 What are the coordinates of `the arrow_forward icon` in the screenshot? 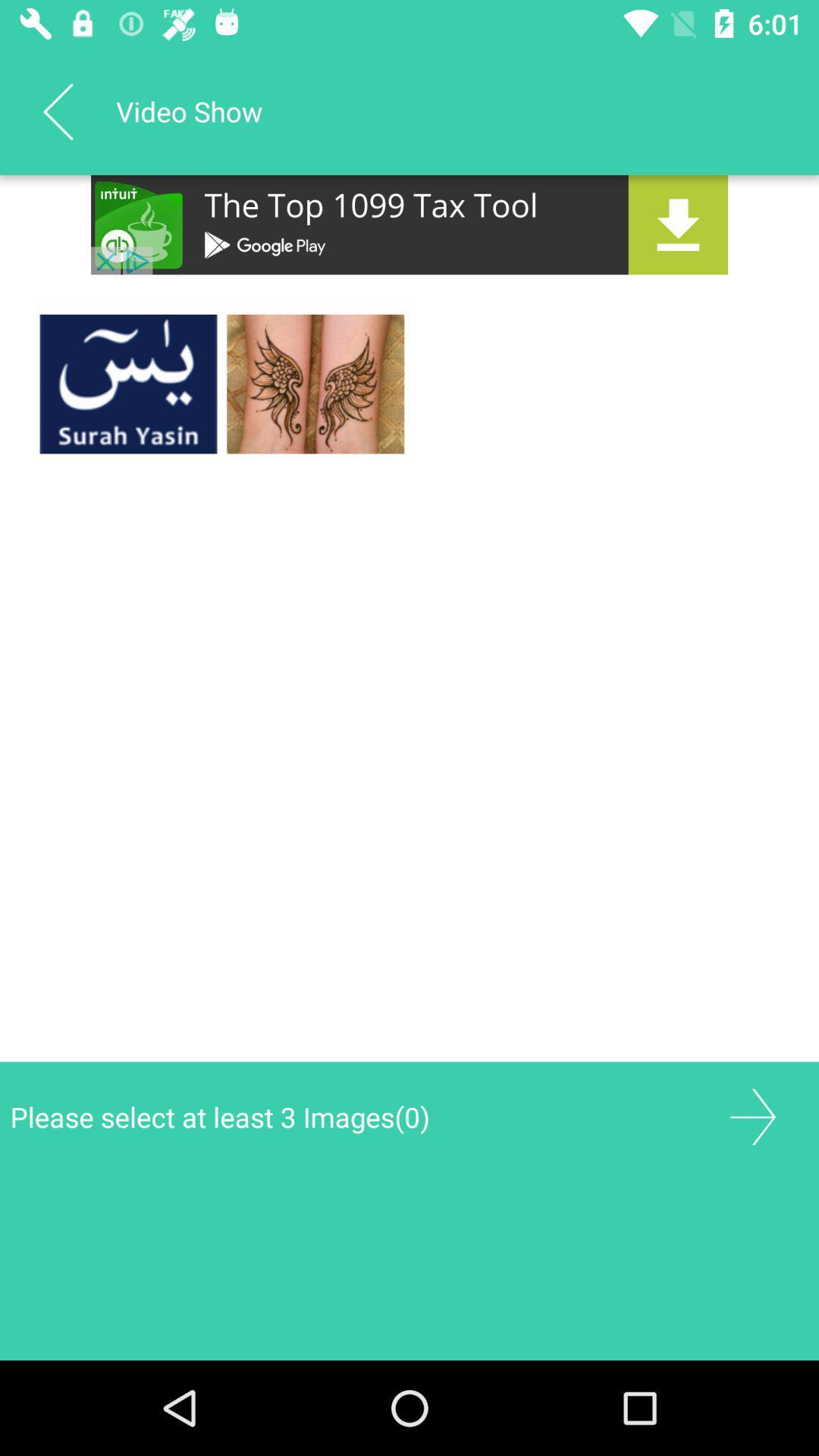 It's located at (752, 1117).